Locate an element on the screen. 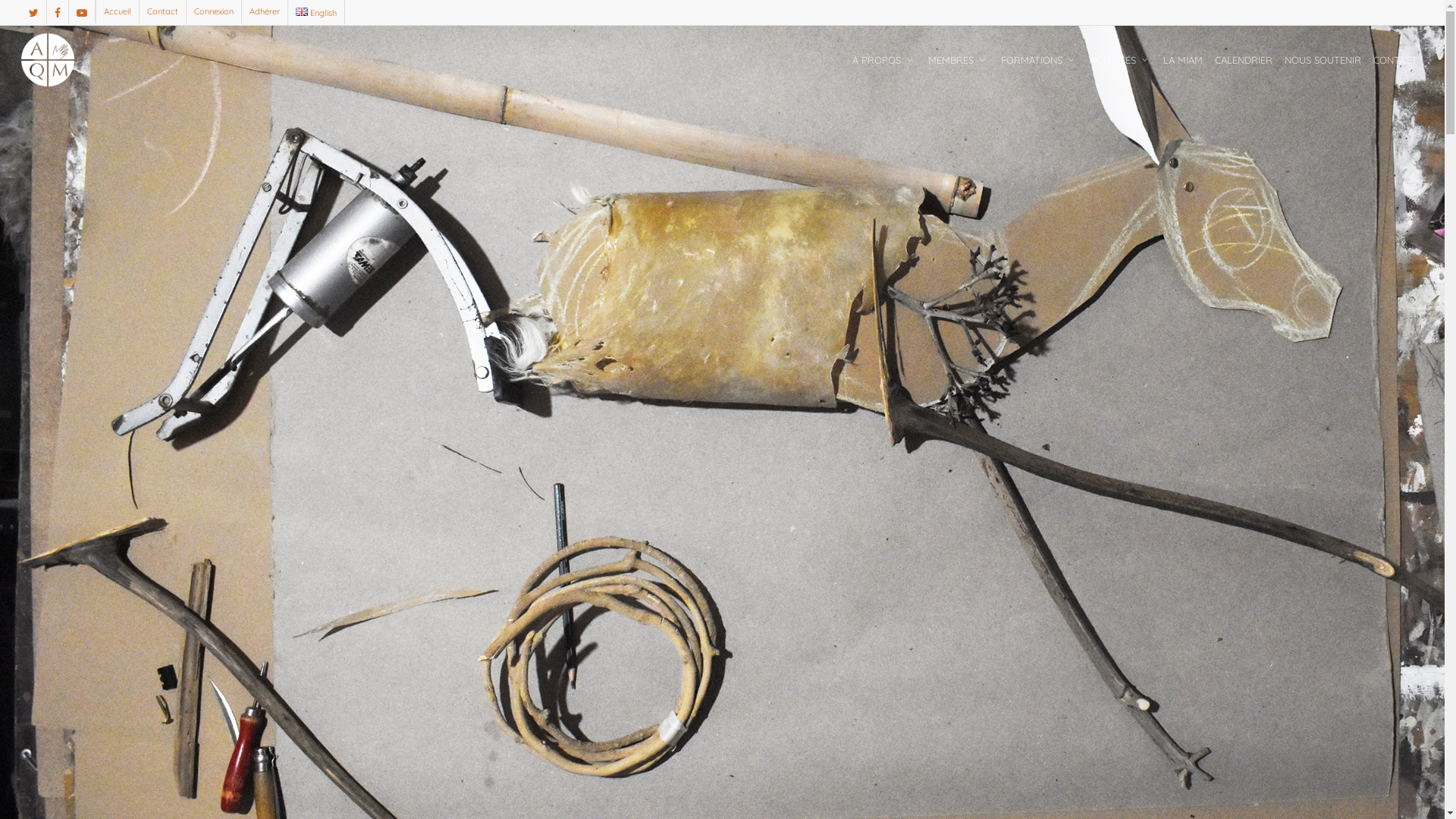  'CALENDRIER' is located at coordinates (1244, 59).